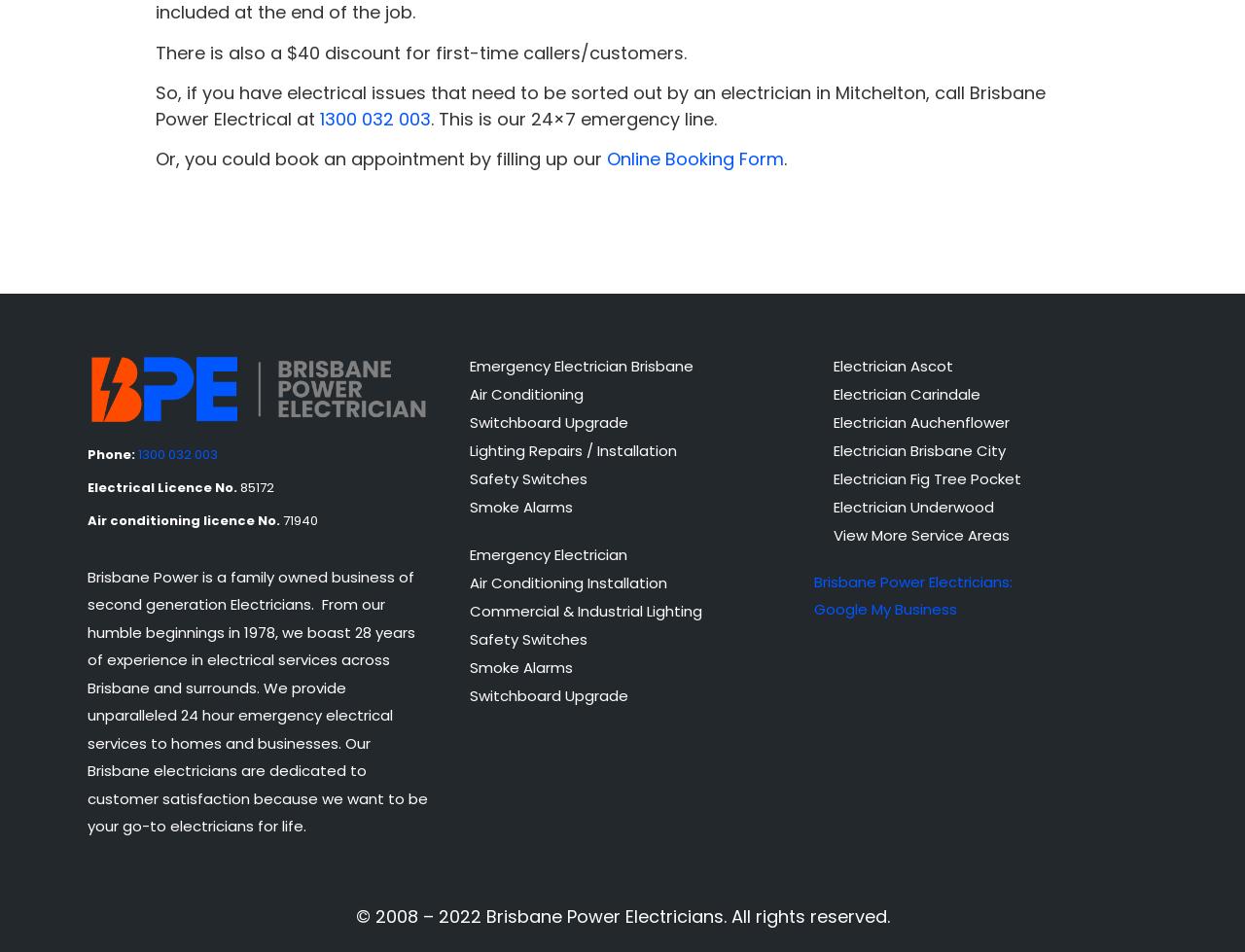  What do you see at coordinates (298, 519) in the screenshot?
I see `'71940'` at bounding box center [298, 519].